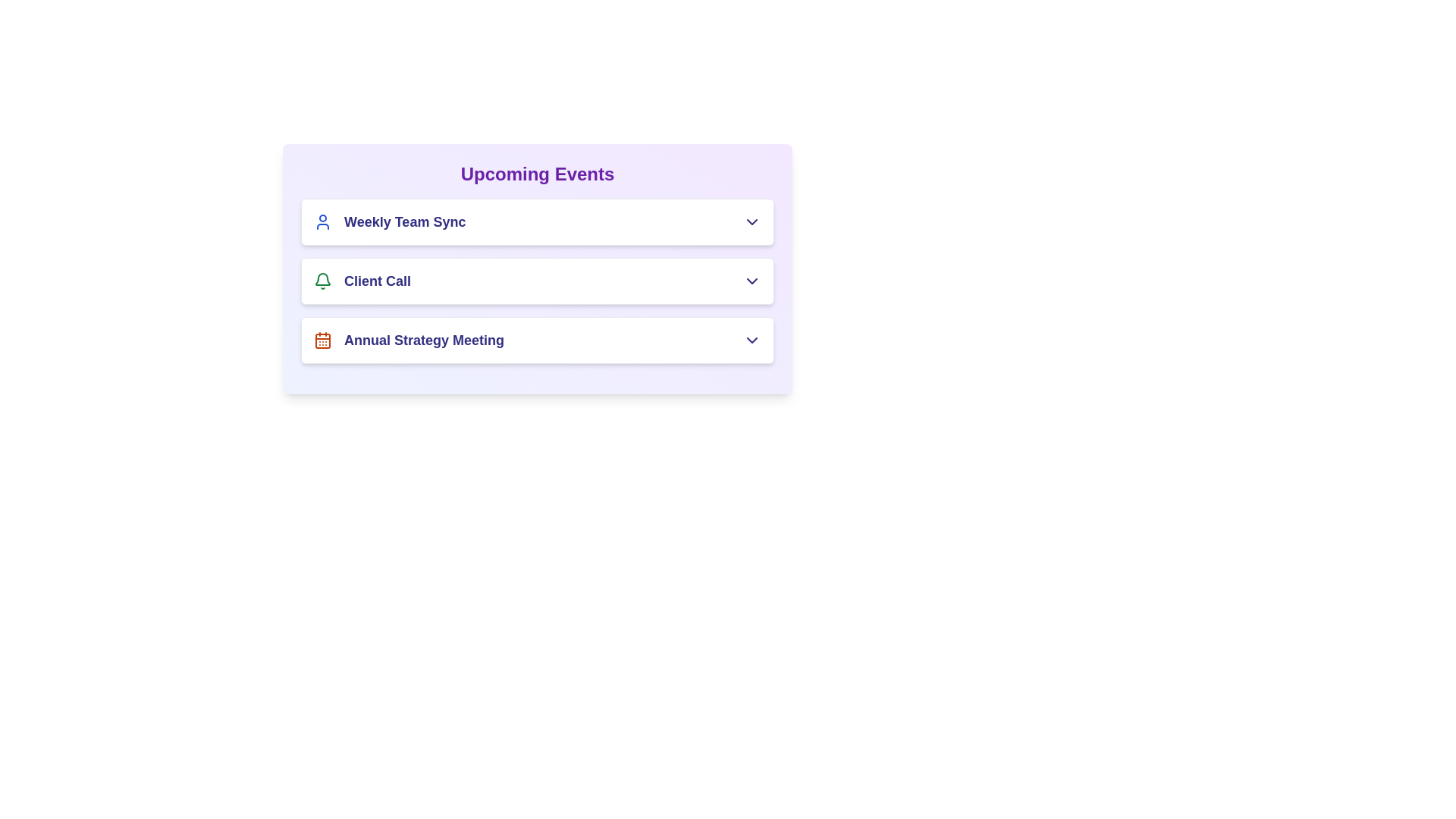 This screenshot has width=1456, height=819. What do you see at coordinates (538, 281) in the screenshot?
I see `the interactive list item displaying 'Client Call'` at bounding box center [538, 281].